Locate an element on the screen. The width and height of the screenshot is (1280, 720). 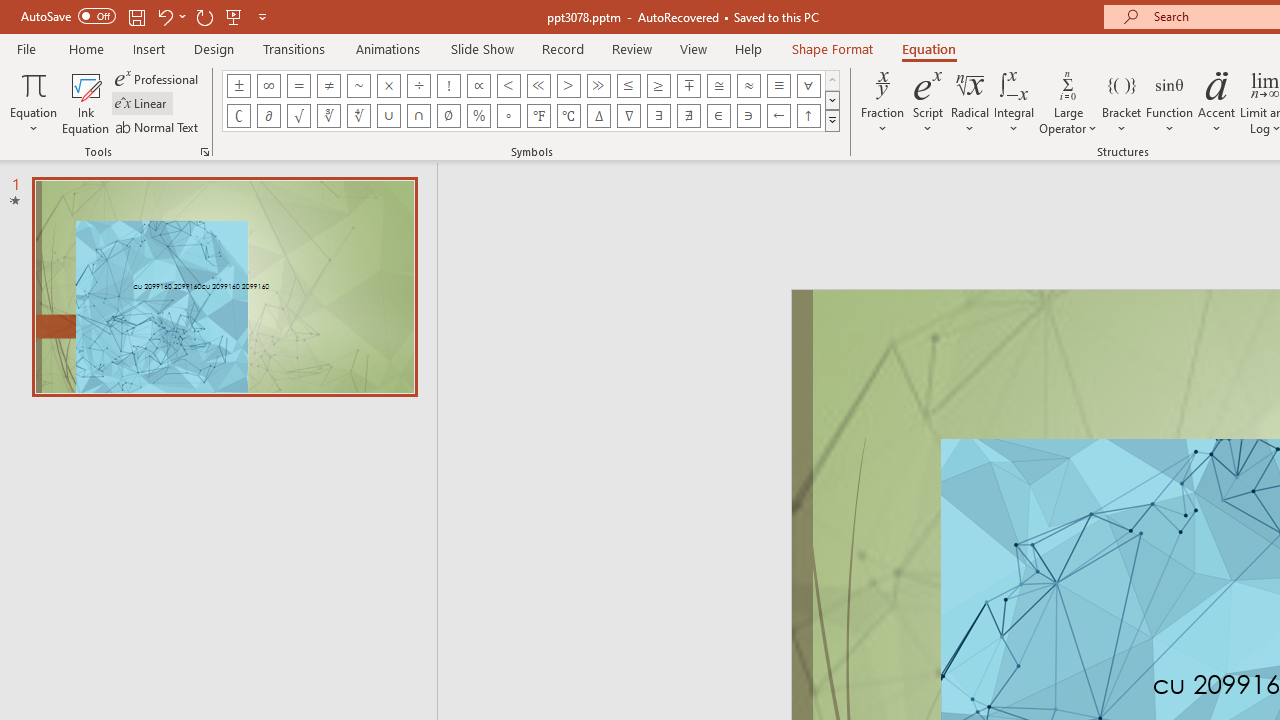
'Equation Symbol Infinity' is located at coordinates (267, 85).